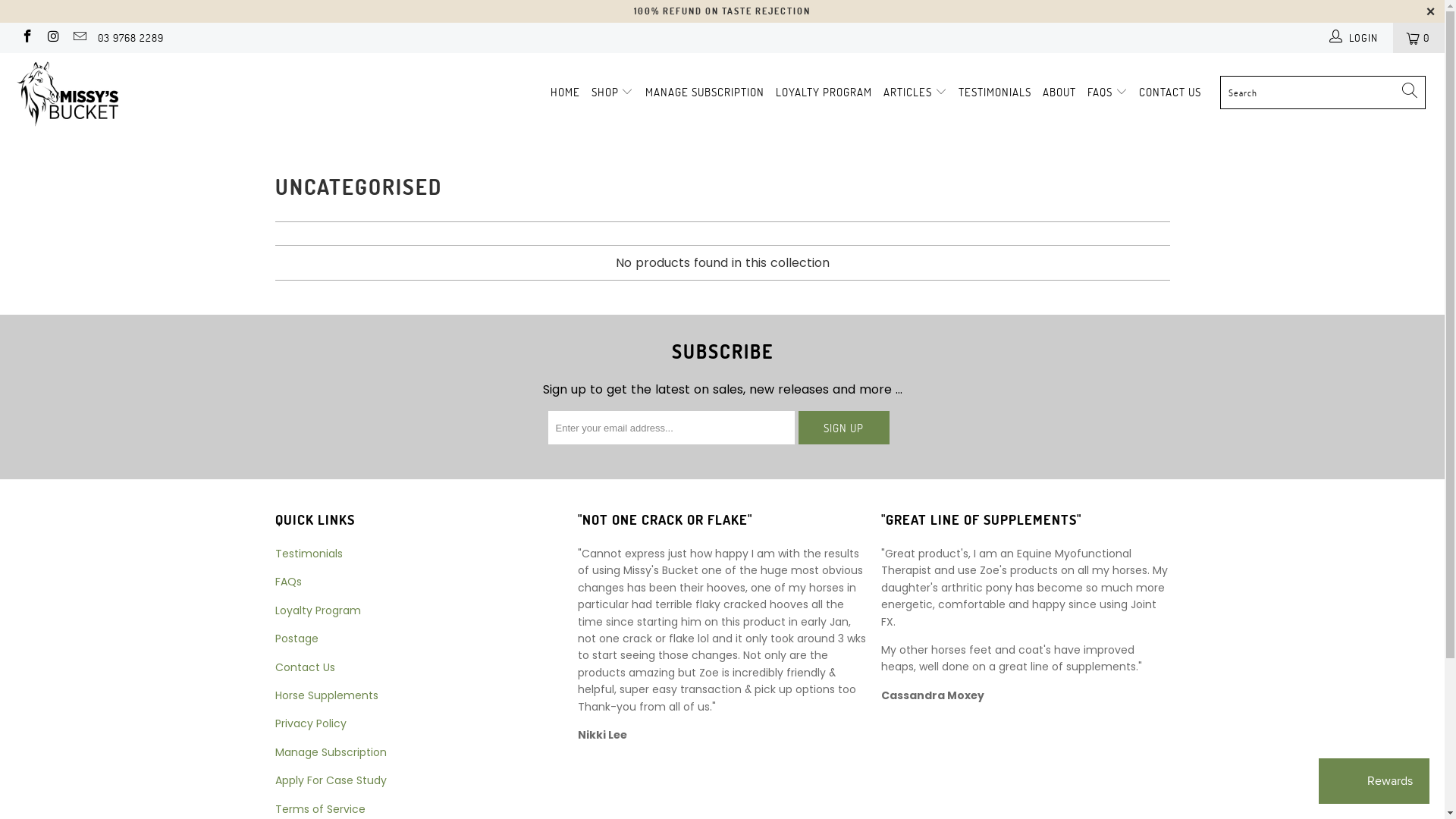 The image size is (1456, 819). I want to click on 'LOGIN', so click(1354, 37).